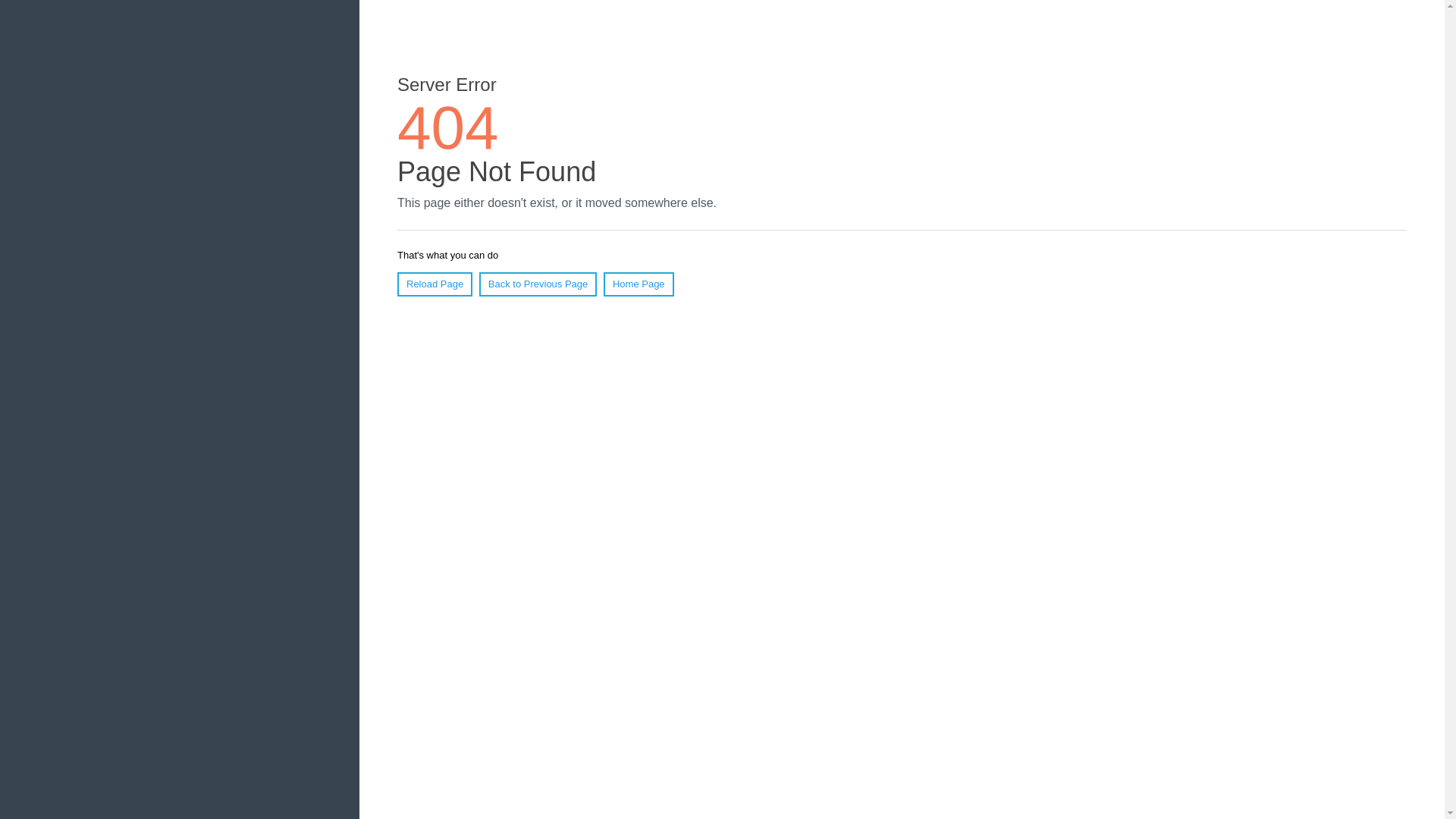 The height and width of the screenshot is (819, 1456). What do you see at coordinates (434, 284) in the screenshot?
I see `'Reload Page'` at bounding box center [434, 284].